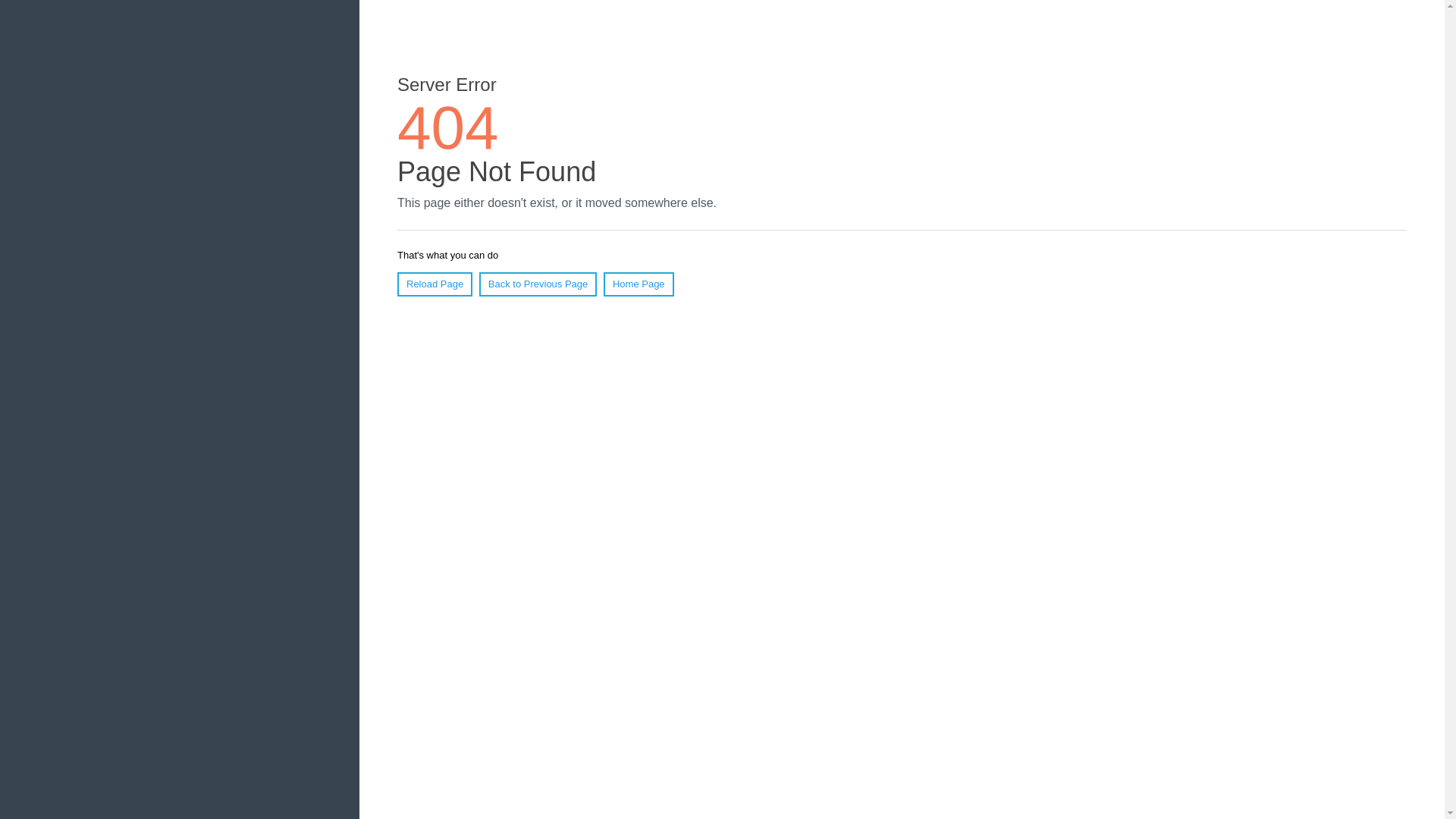 The height and width of the screenshot is (819, 1456). What do you see at coordinates (434, 284) in the screenshot?
I see `'Reload Page'` at bounding box center [434, 284].